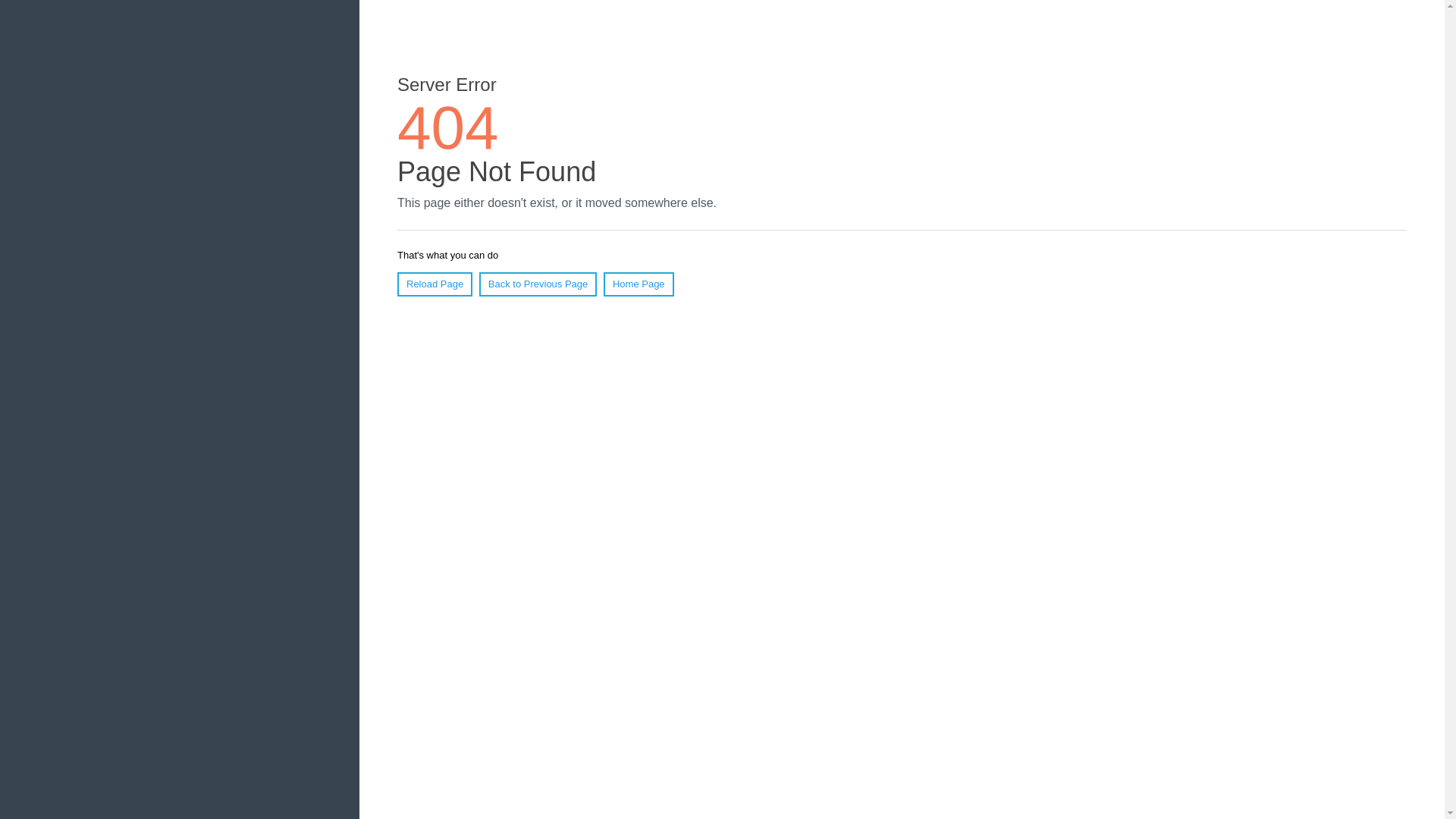 The height and width of the screenshot is (819, 1456). What do you see at coordinates (434, 284) in the screenshot?
I see `'Reload Page'` at bounding box center [434, 284].